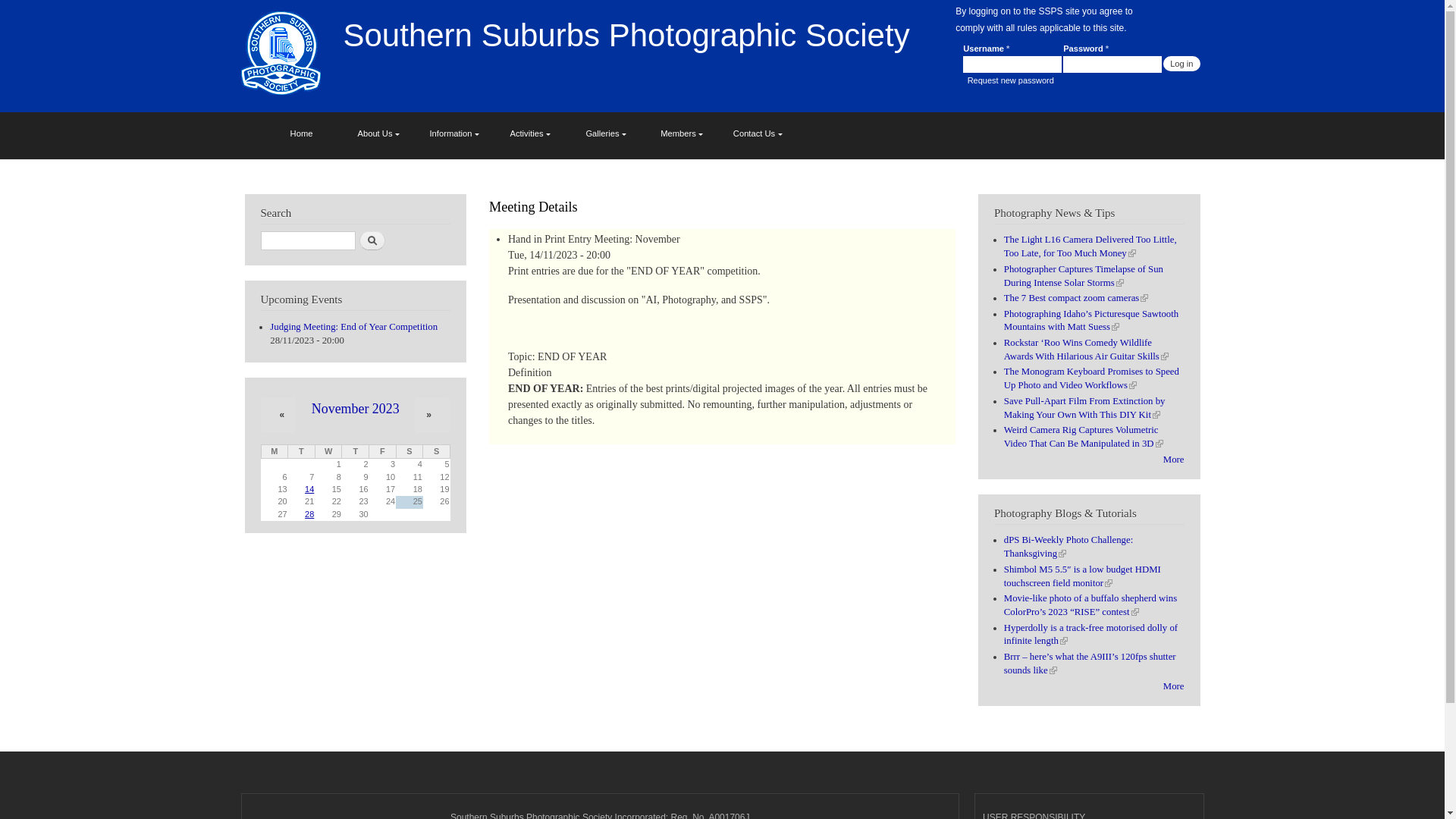  Describe the element at coordinates (355, 408) in the screenshot. I see `'November 2023'` at that location.